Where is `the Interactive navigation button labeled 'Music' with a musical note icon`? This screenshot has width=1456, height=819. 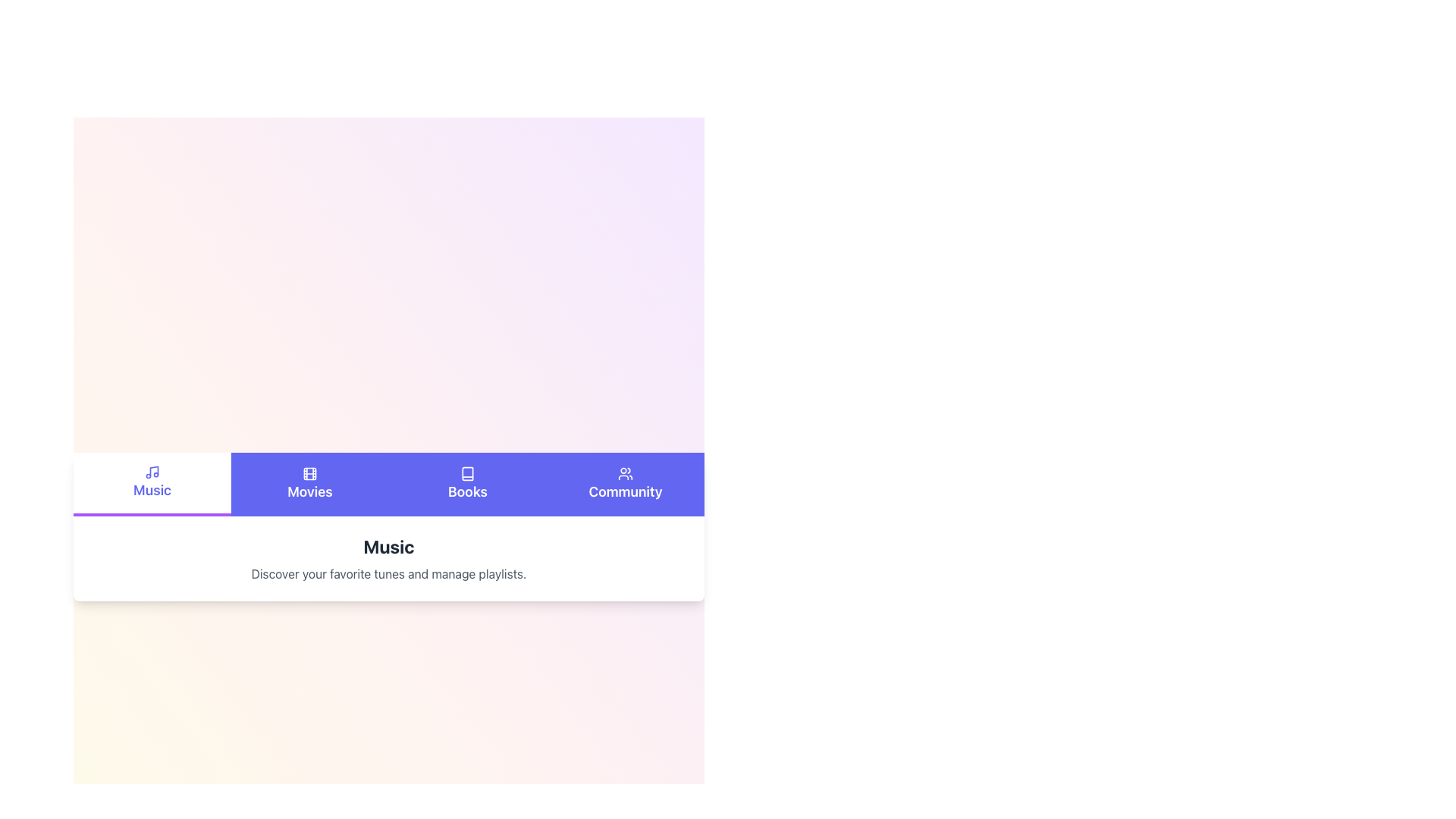 the Interactive navigation button labeled 'Music' with a musical note icon is located at coordinates (152, 482).